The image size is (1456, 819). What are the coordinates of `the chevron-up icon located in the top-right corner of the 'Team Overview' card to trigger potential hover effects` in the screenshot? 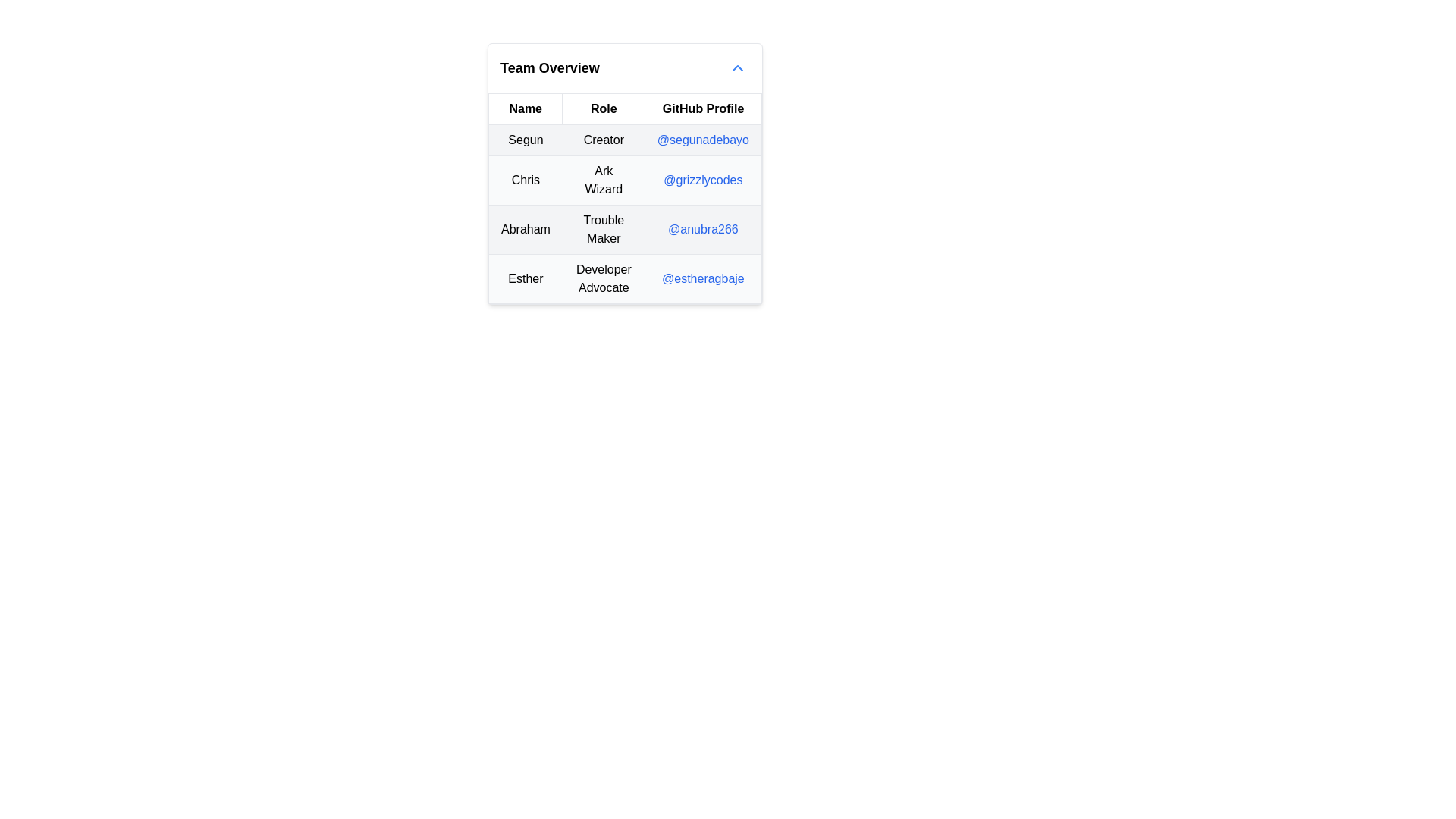 It's located at (738, 67).